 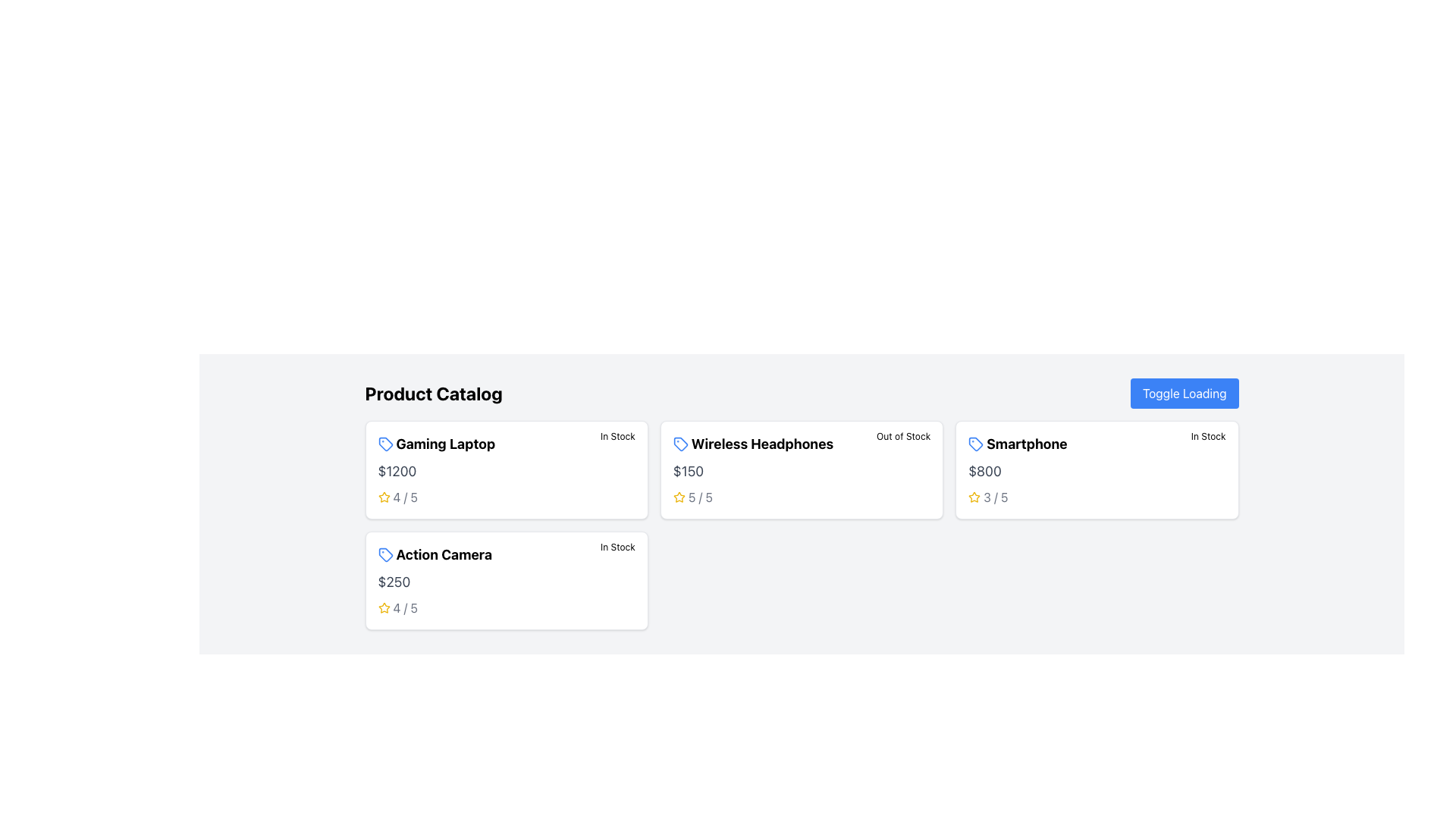 I want to click on static price text displayed for the product 'Wireless Headphones', which is centrally located within the card beneath the title and above the rating component, so click(x=687, y=470).